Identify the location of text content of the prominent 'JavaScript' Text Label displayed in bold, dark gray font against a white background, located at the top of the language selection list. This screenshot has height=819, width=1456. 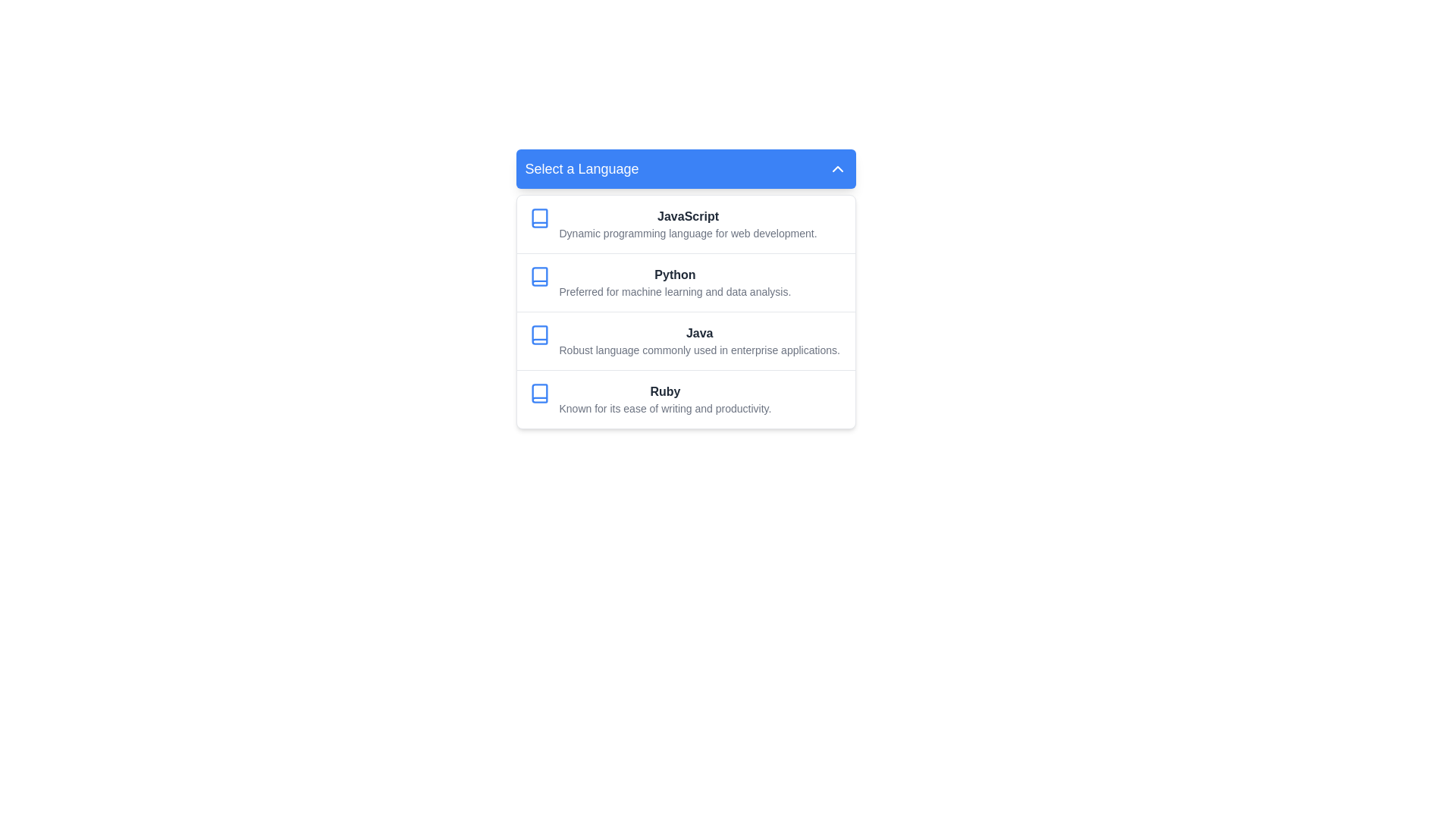
(687, 216).